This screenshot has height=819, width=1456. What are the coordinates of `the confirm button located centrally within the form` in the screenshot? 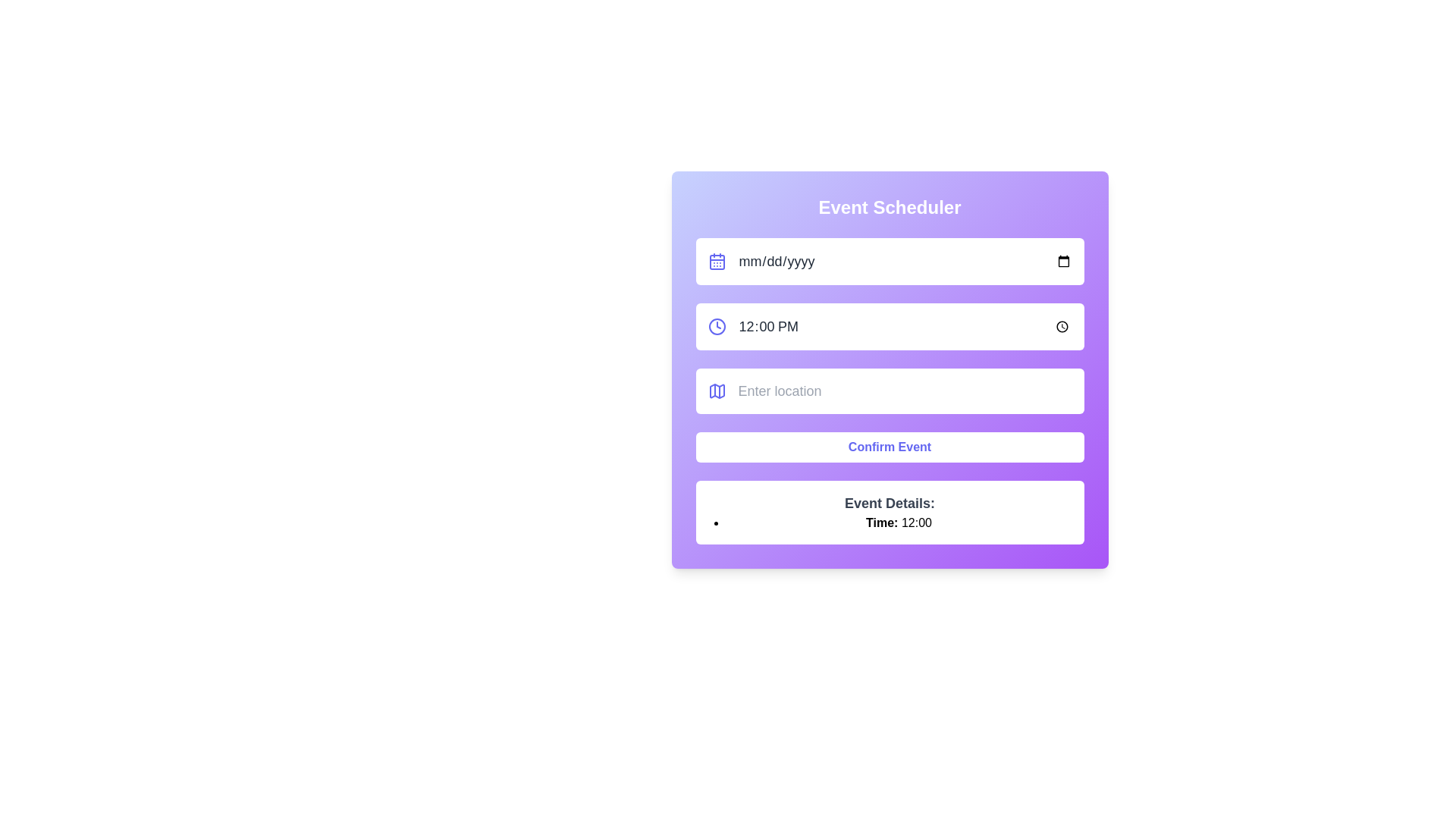 It's located at (890, 447).